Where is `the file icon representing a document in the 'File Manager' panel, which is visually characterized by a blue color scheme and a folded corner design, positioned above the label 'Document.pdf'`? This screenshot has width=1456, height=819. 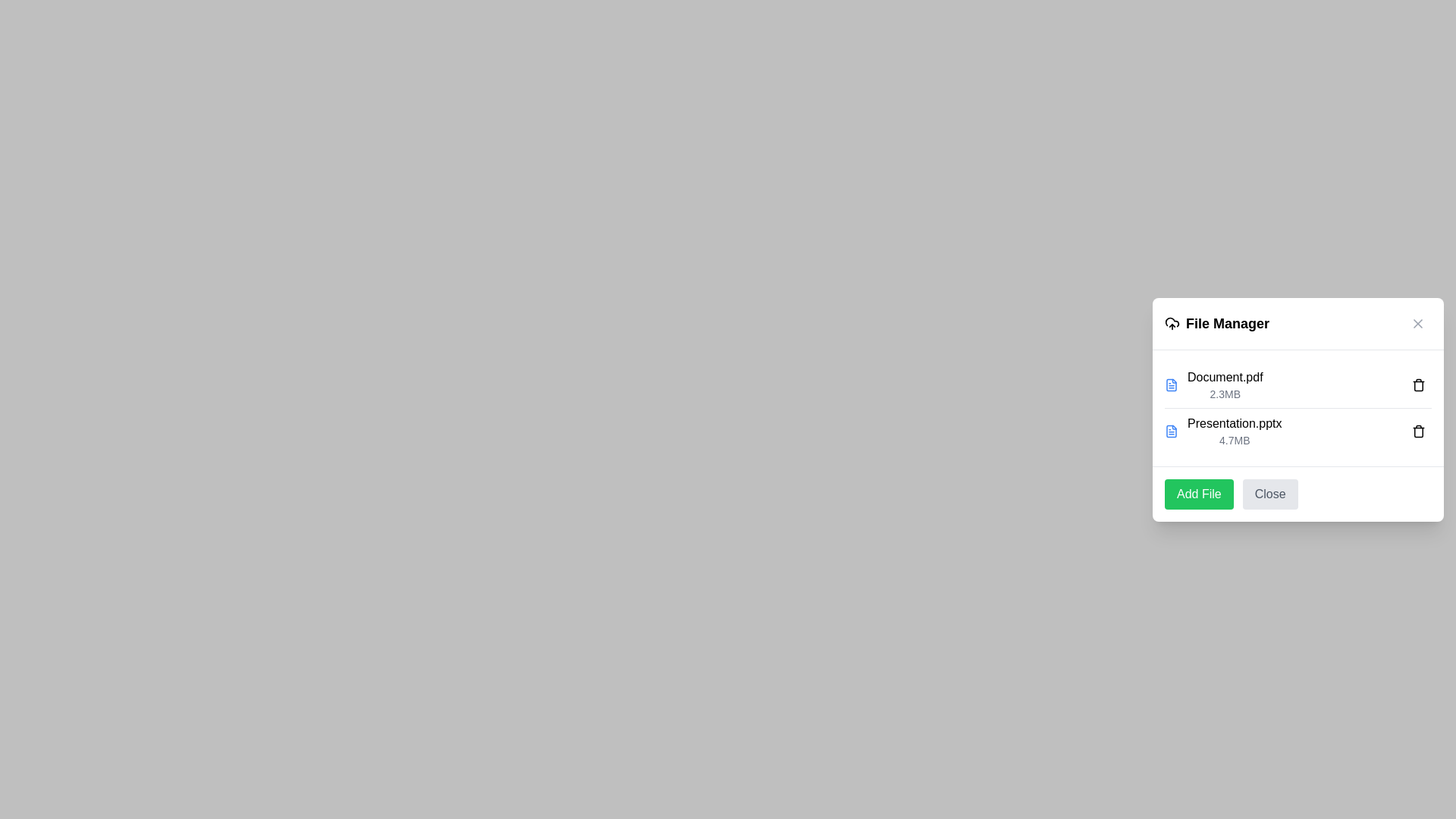 the file icon representing a document in the 'File Manager' panel, which is visually characterized by a blue color scheme and a folded corner design, positioned above the label 'Document.pdf' is located at coordinates (1171, 384).